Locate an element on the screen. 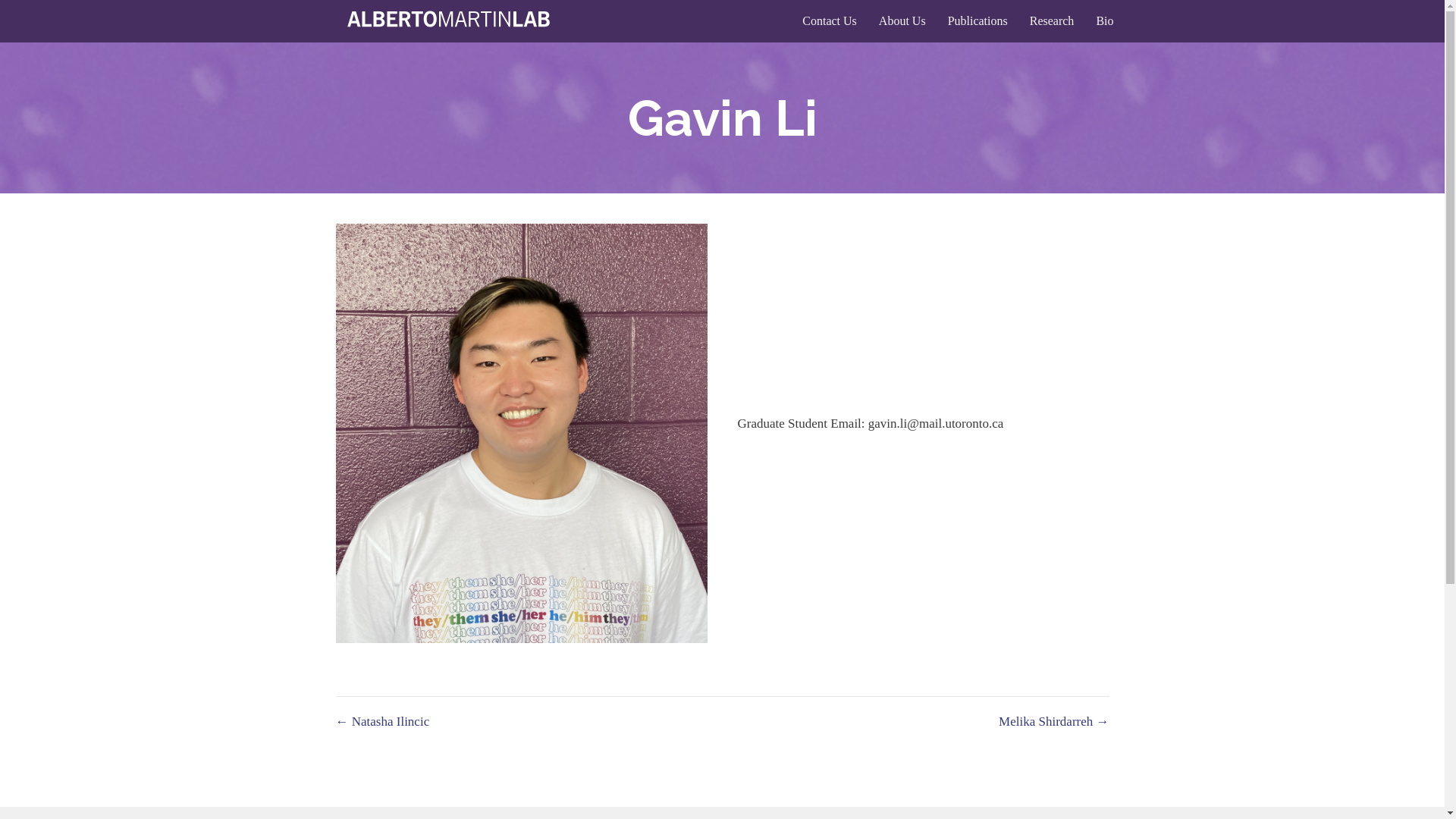 This screenshot has width=1456, height=819. 'Tittologo' is located at coordinates (450, 21).